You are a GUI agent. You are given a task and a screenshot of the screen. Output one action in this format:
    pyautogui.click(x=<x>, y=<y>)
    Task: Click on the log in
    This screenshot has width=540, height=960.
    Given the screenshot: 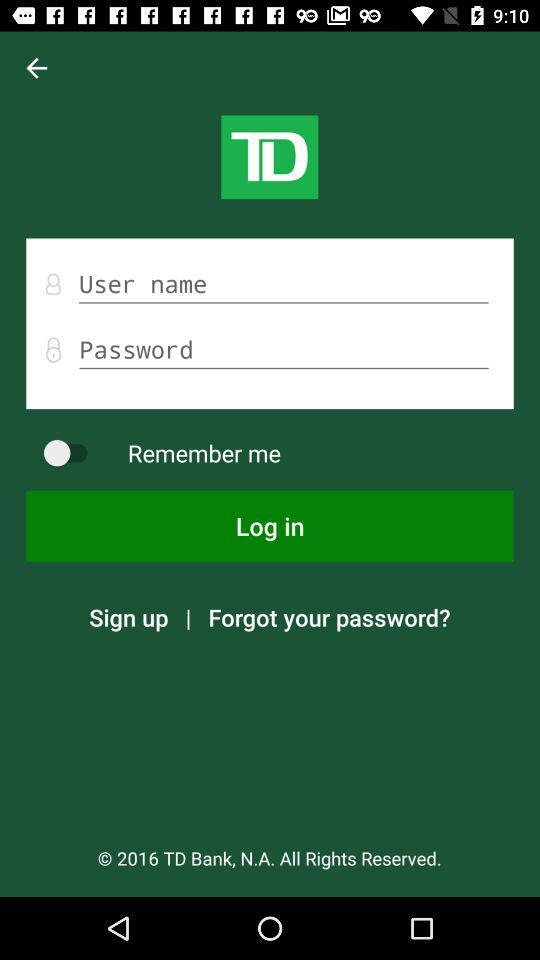 What is the action you would take?
    pyautogui.click(x=270, y=525)
    